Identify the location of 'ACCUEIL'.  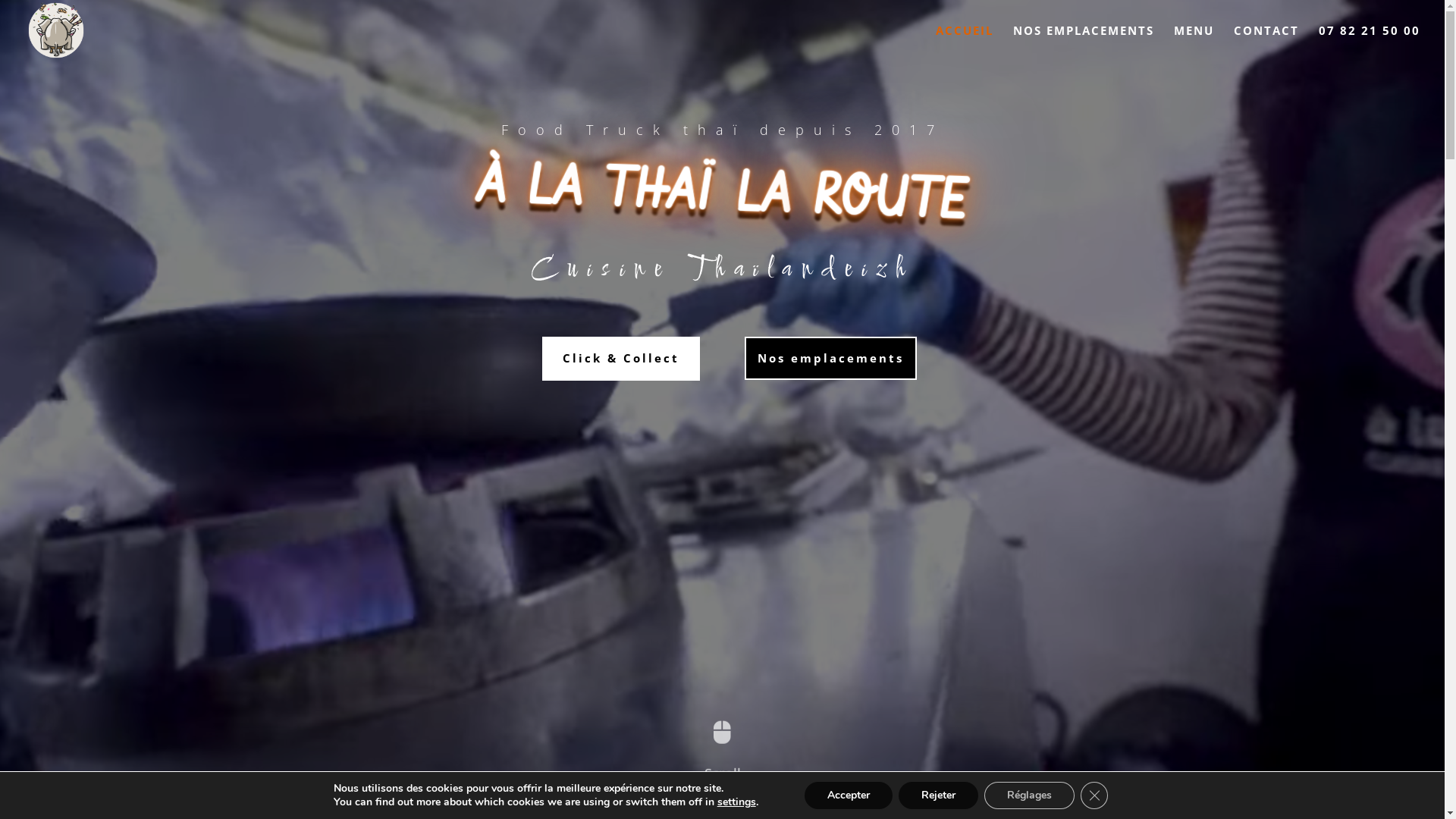
(964, 42).